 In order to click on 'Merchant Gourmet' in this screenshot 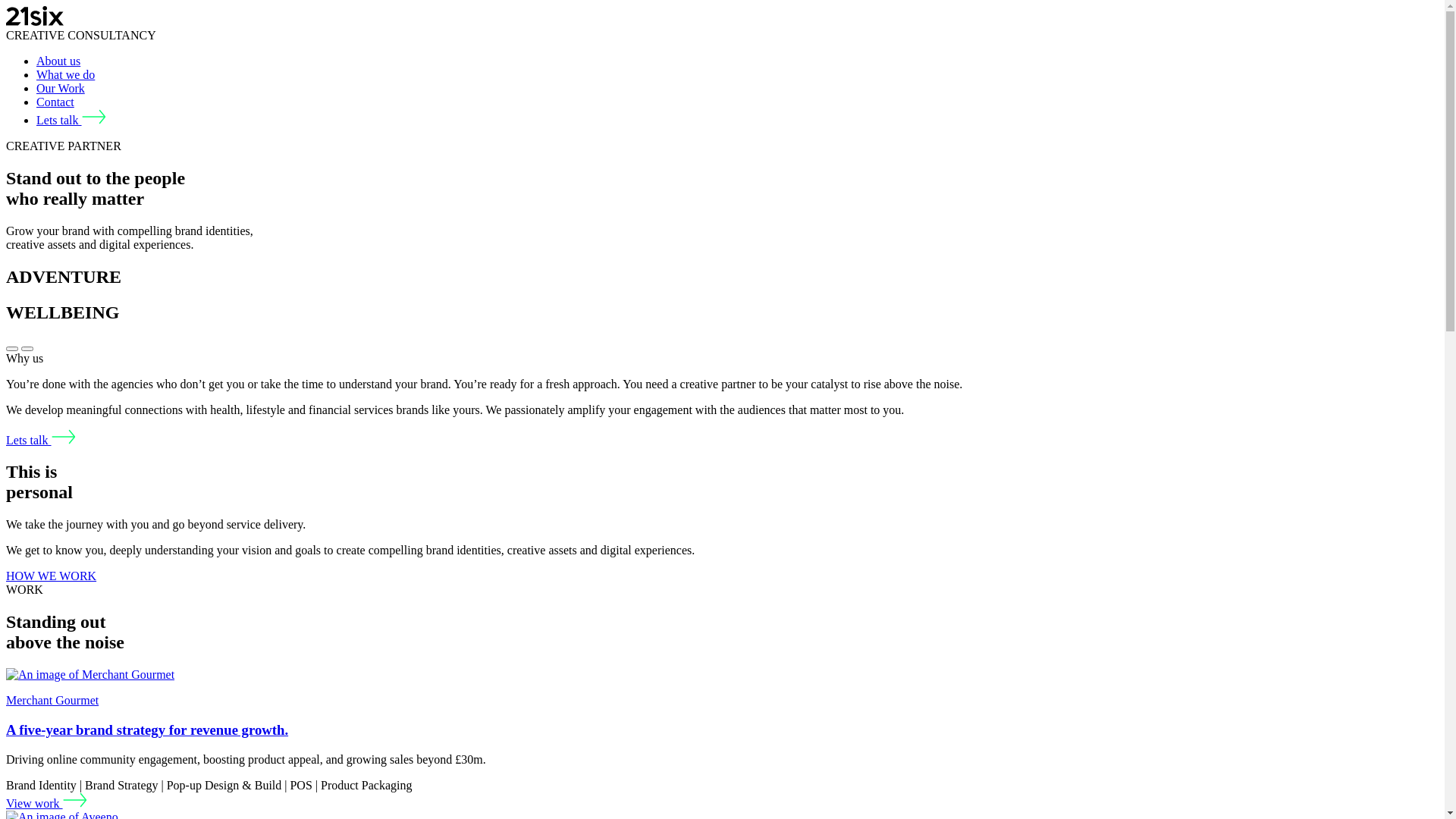, I will do `click(52, 700)`.